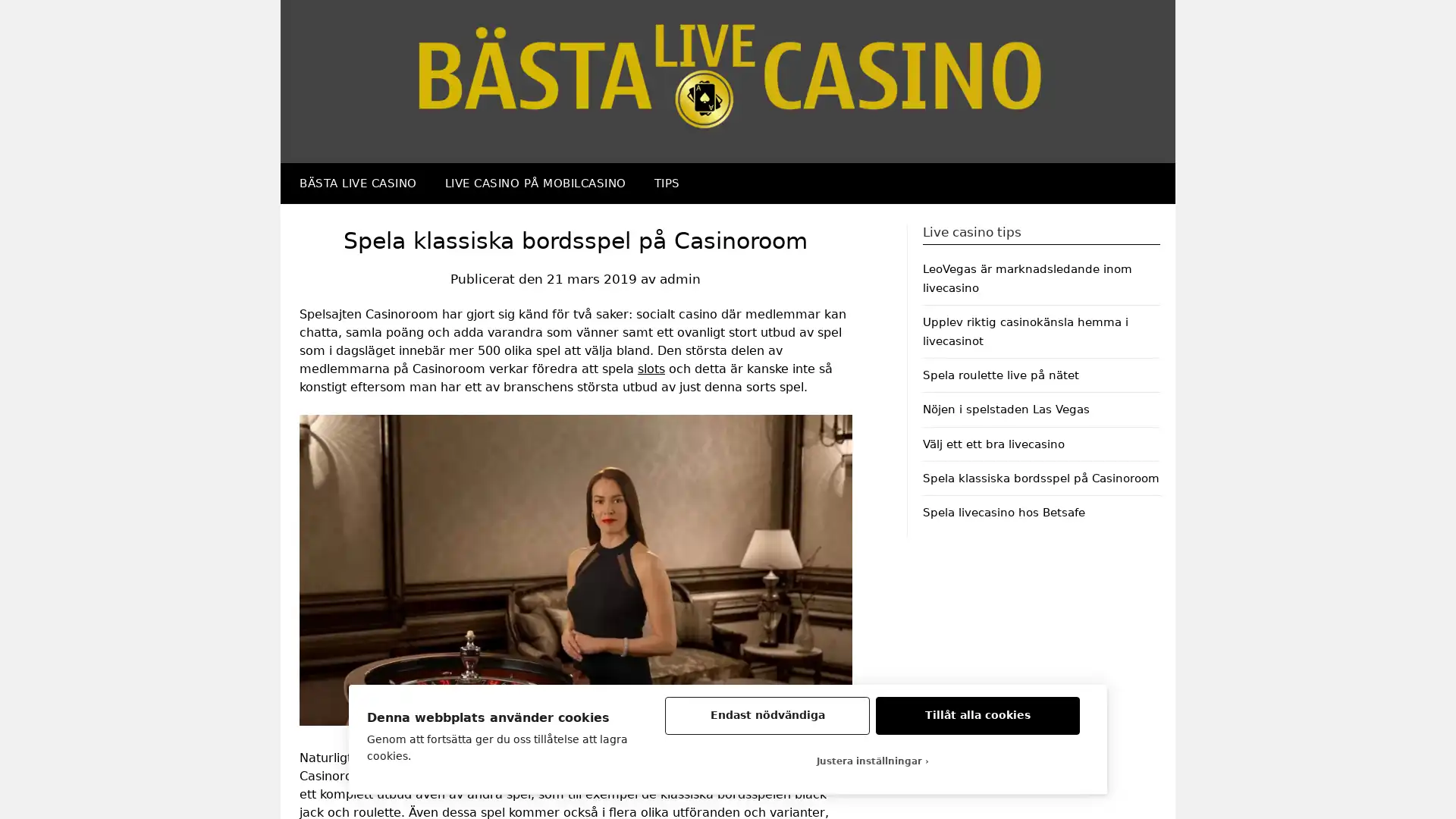  What do you see at coordinates (872, 761) in the screenshot?
I see `Justera installningar` at bounding box center [872, 761].